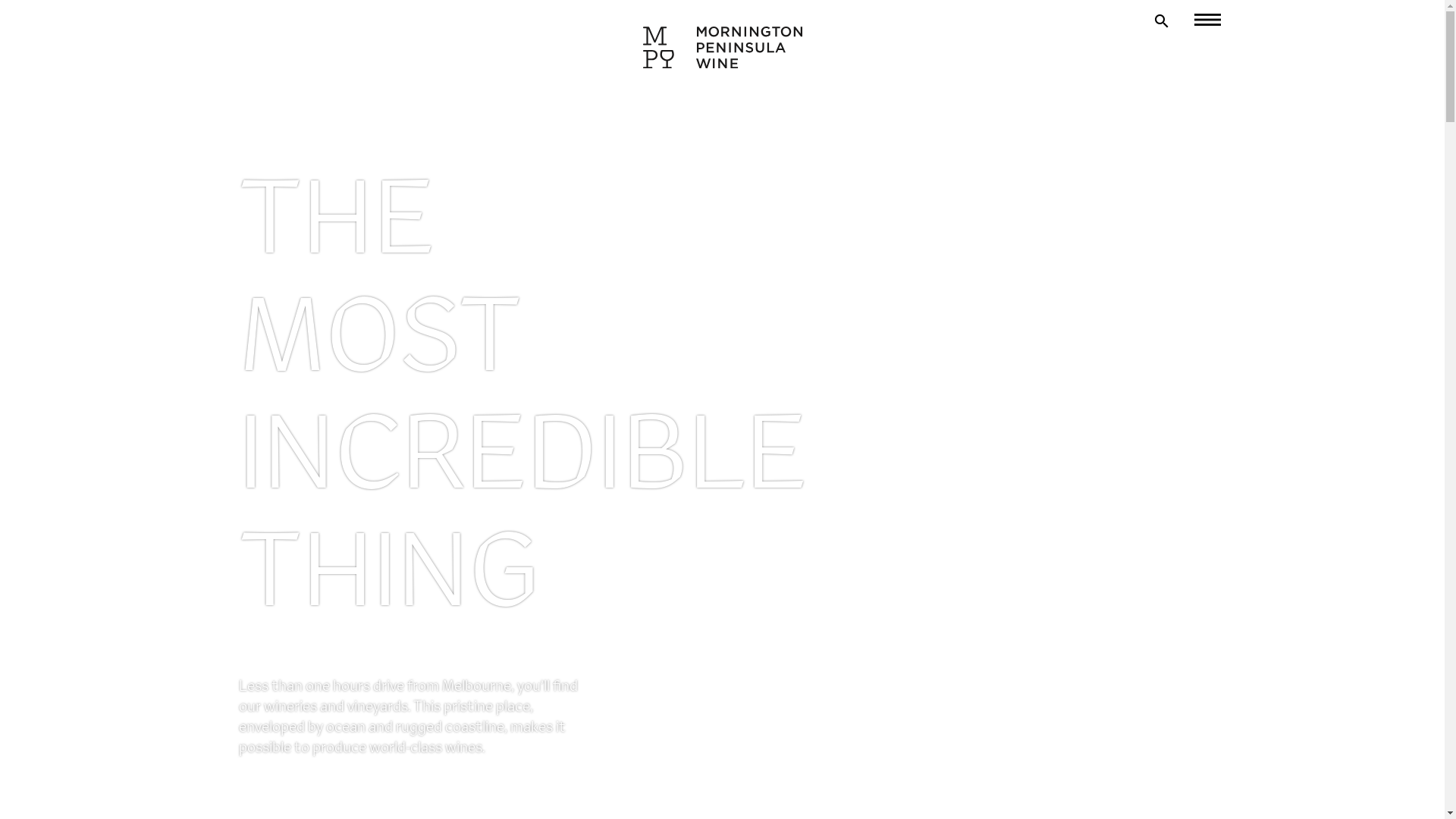  What do you see at coordinates (1197, 20) in the screenshot?
I see `'Toggle navigation'` at bounding box center [1197, 20].